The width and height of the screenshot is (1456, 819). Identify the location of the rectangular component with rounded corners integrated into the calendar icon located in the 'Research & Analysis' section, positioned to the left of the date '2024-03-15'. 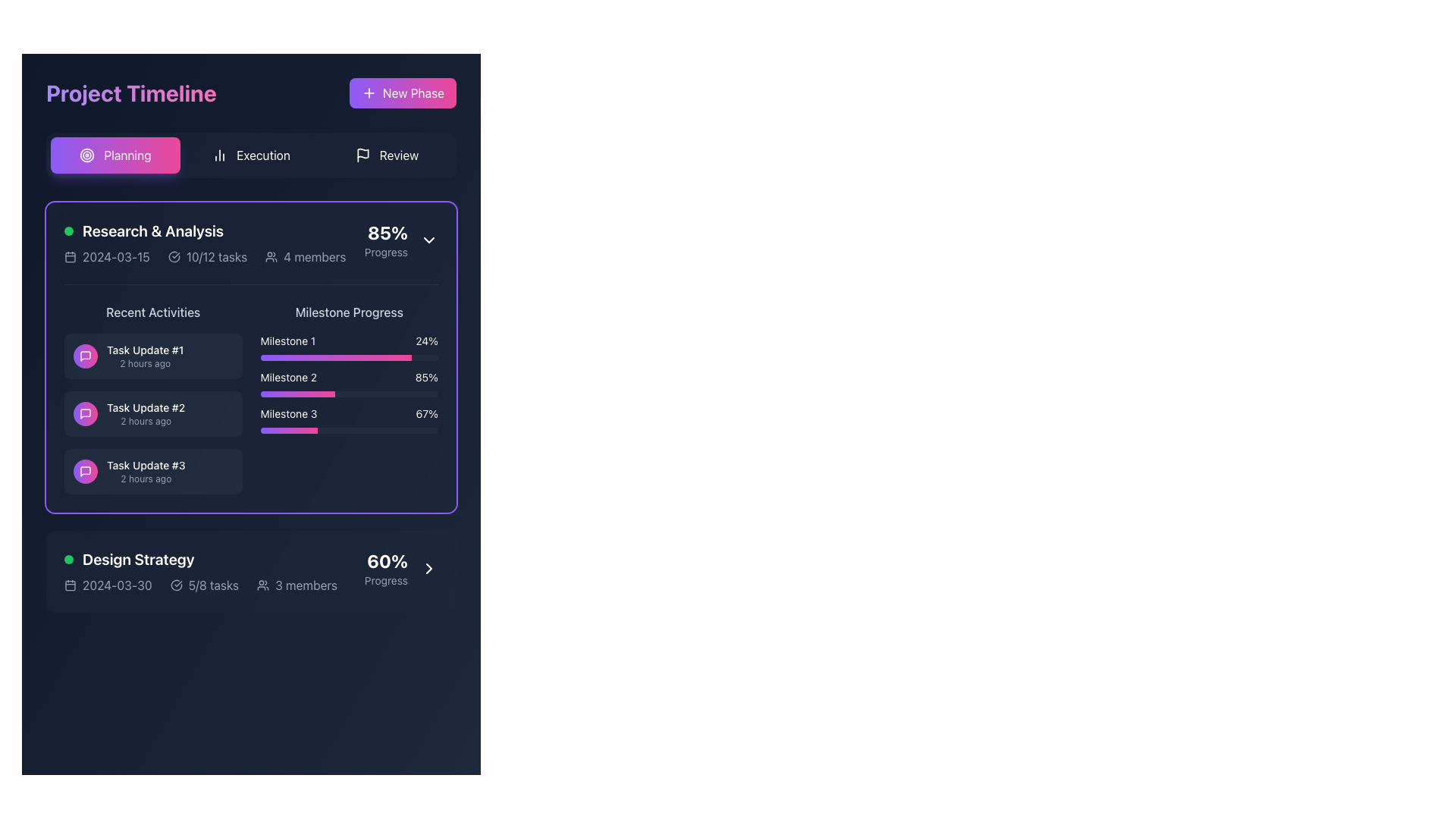
(69, 256).